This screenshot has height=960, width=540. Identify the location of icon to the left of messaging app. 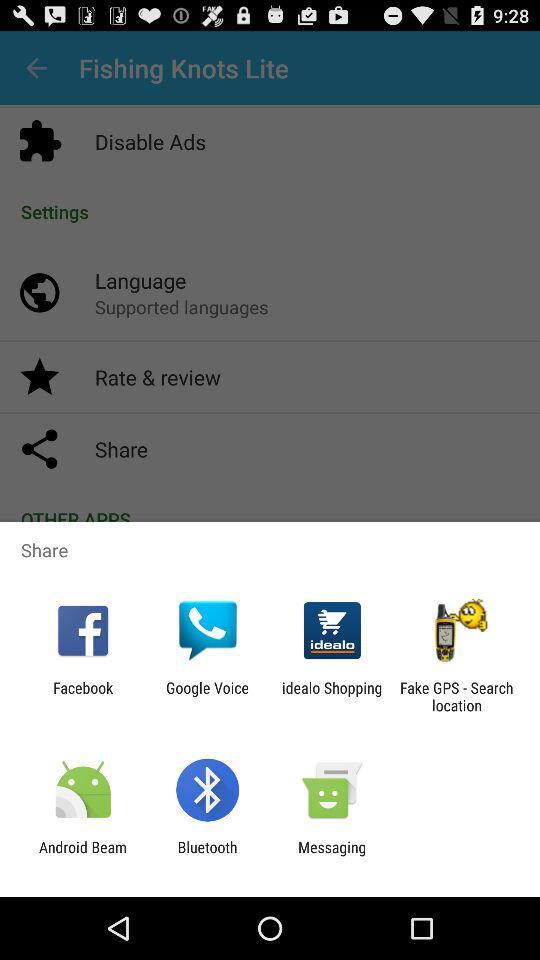
(206, 855).